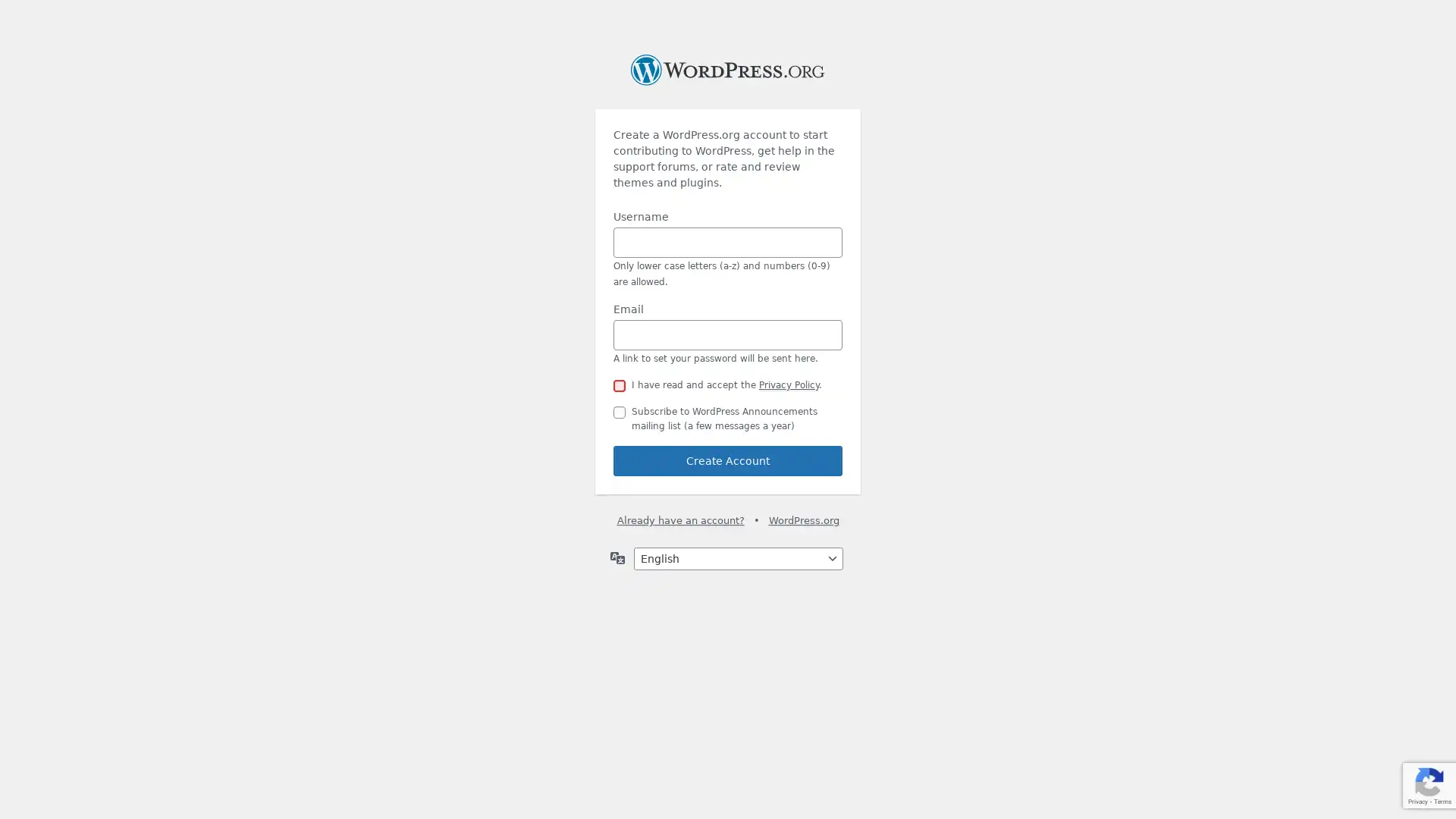  Describe the element at coordinates (728, 460) in the screenshot. I see `Create Account` at that location.